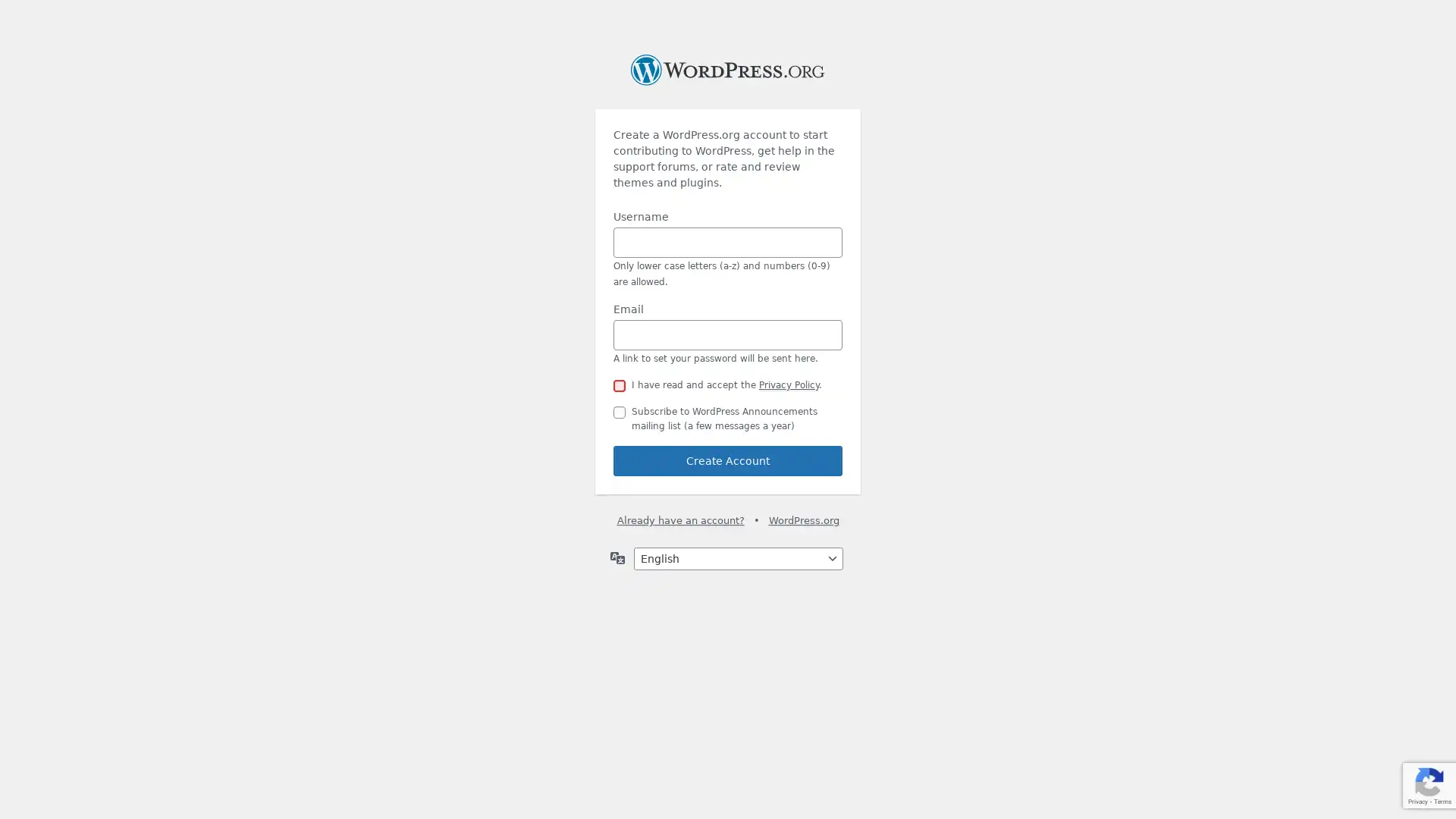  Describe the element at coordinates (728, 460) in the screenshot. I see `Create Account` at that location.